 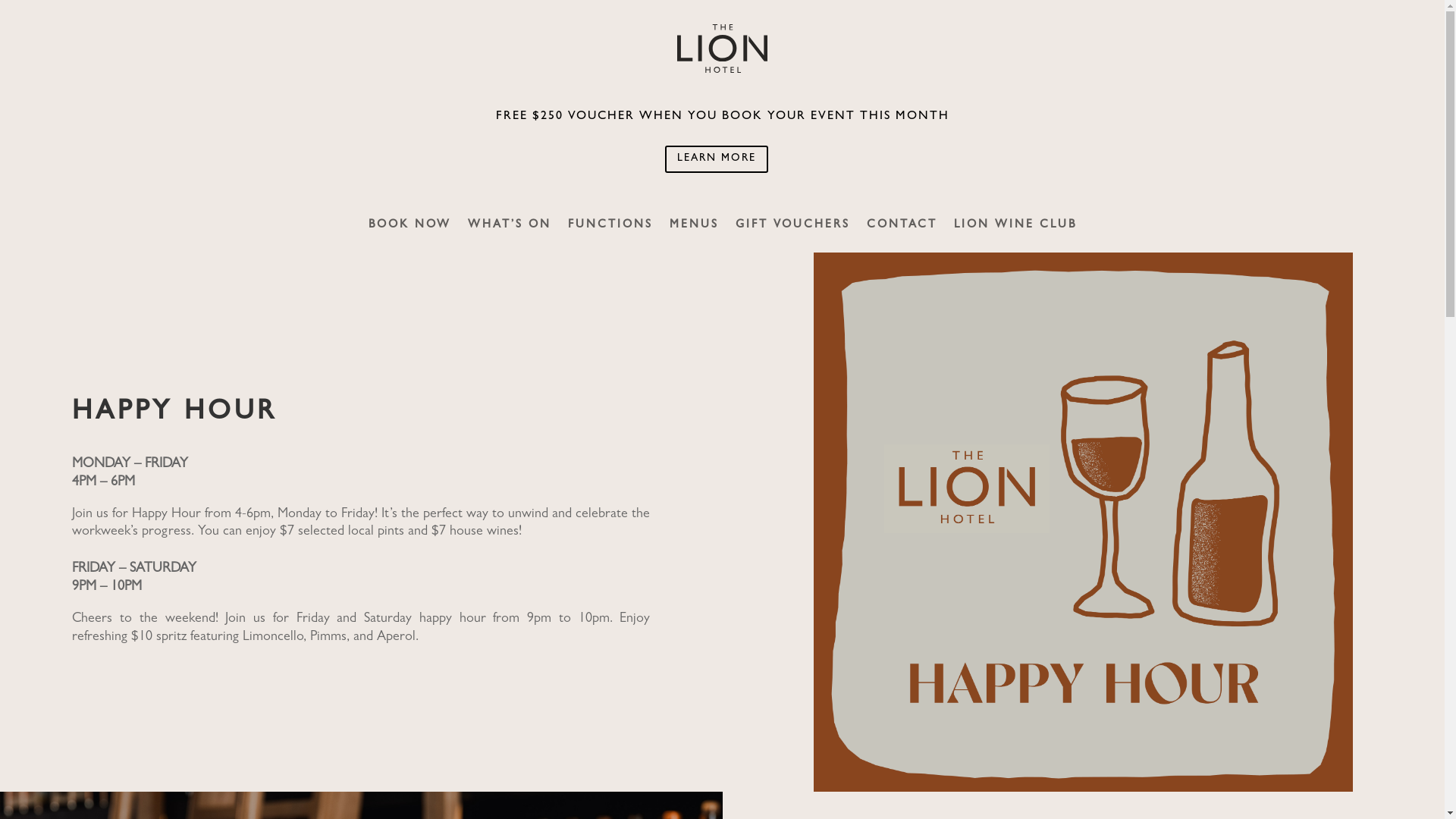 What do you see at coordinates (1015, 237) in the screenshot?
I see `'LION WINE CLUB'` at bounding box center [1015, 237].